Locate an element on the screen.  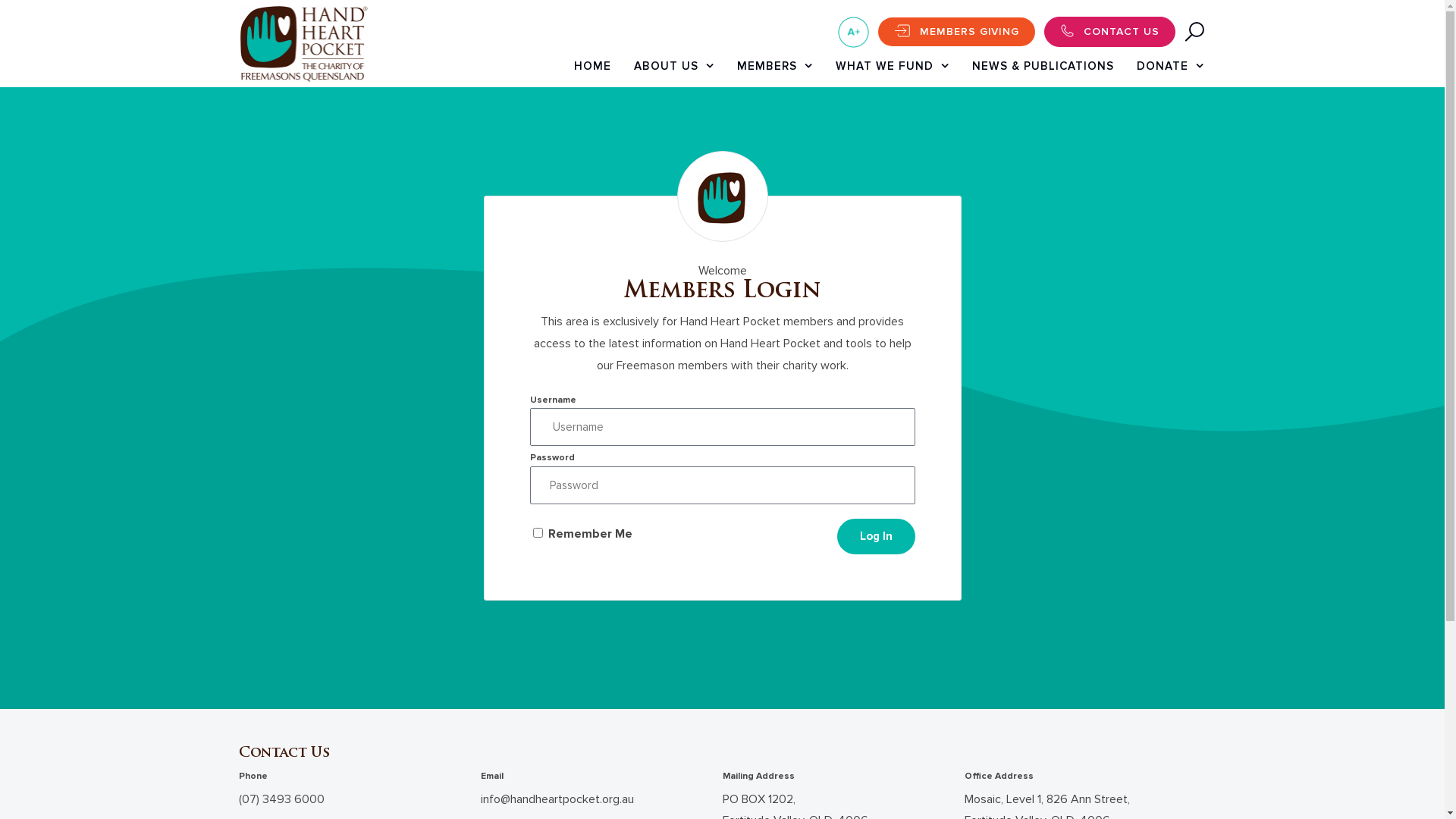
'info@handheartpocket.org.au' is located at coordinates (556, 798).